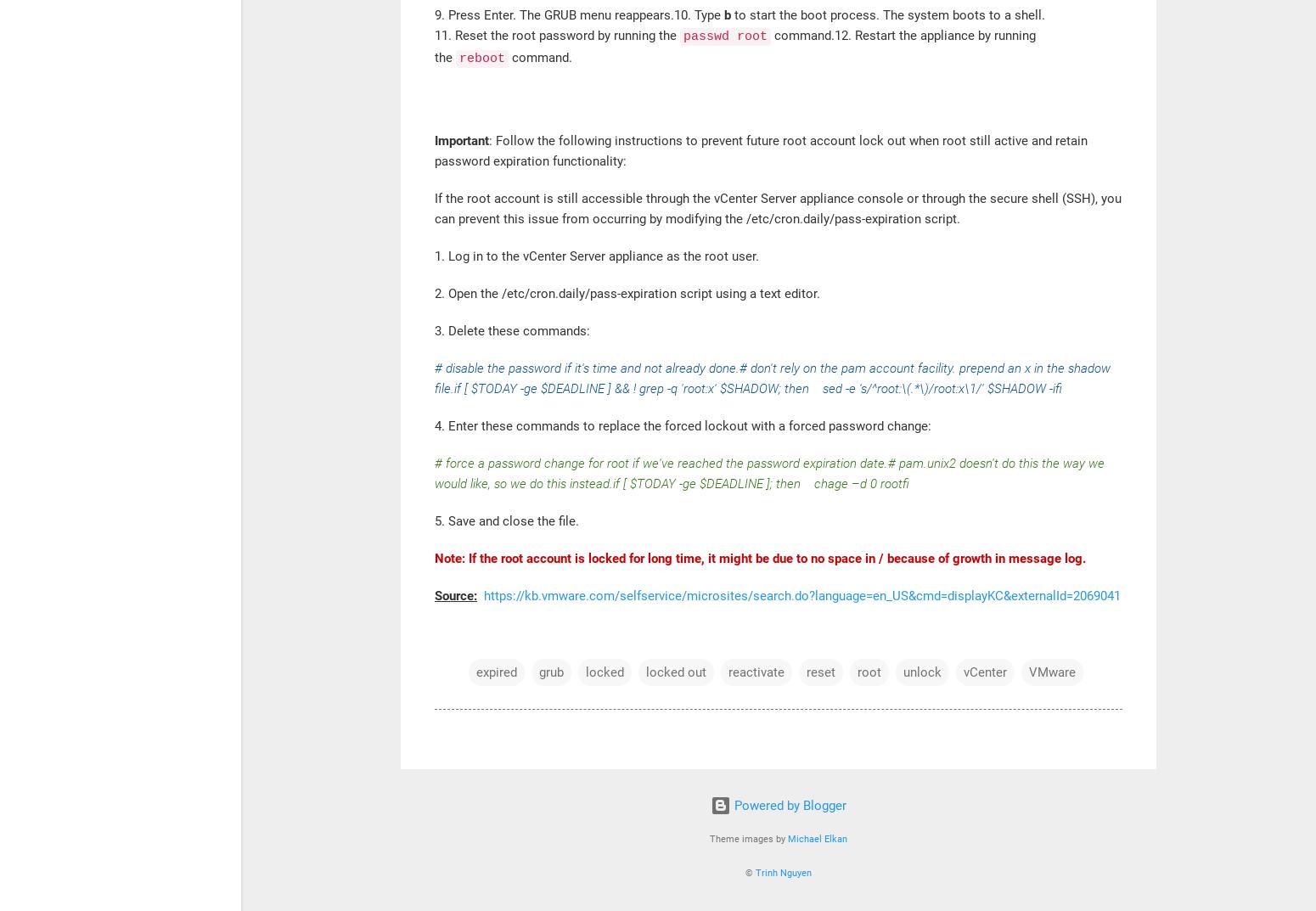 The height and width of the screenshot is (911, 1316). Describe the element at coordinates (748, 838) in the screenshot. I see `'Theme images by'` at that location.